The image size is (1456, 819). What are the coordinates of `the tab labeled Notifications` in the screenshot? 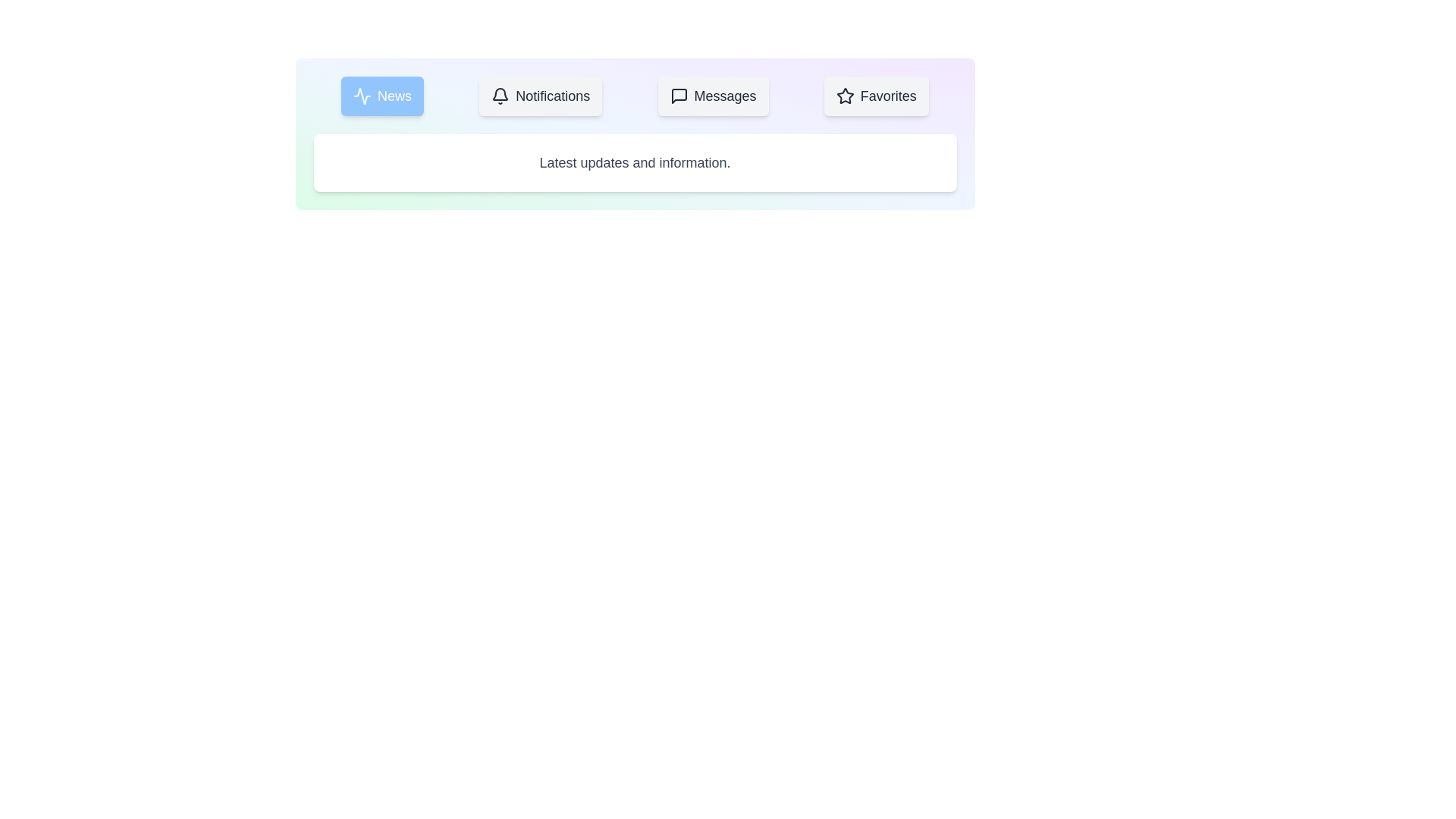 It's located at (541, 96).